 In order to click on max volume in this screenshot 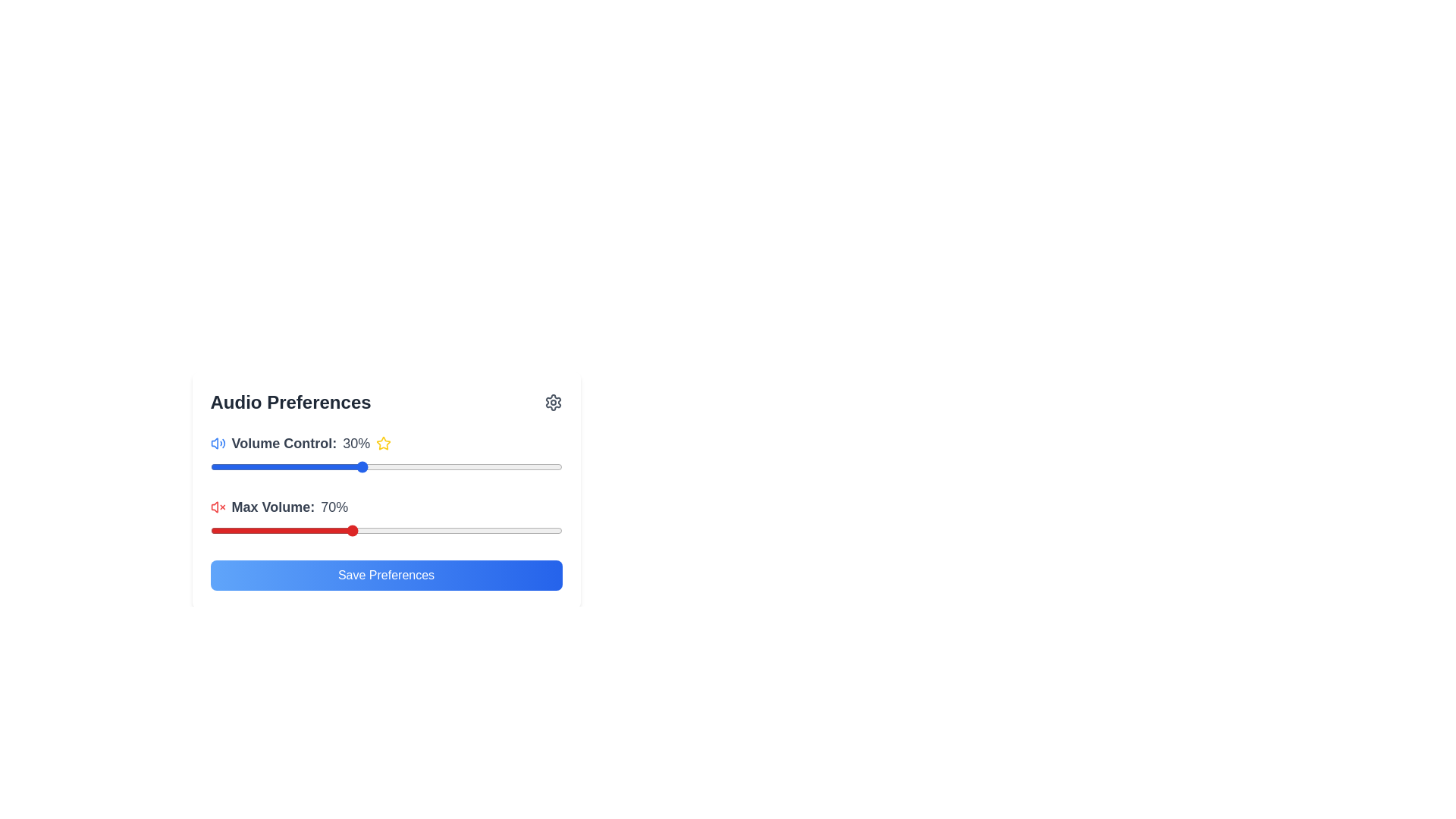, I will do `click(527, 529)`.